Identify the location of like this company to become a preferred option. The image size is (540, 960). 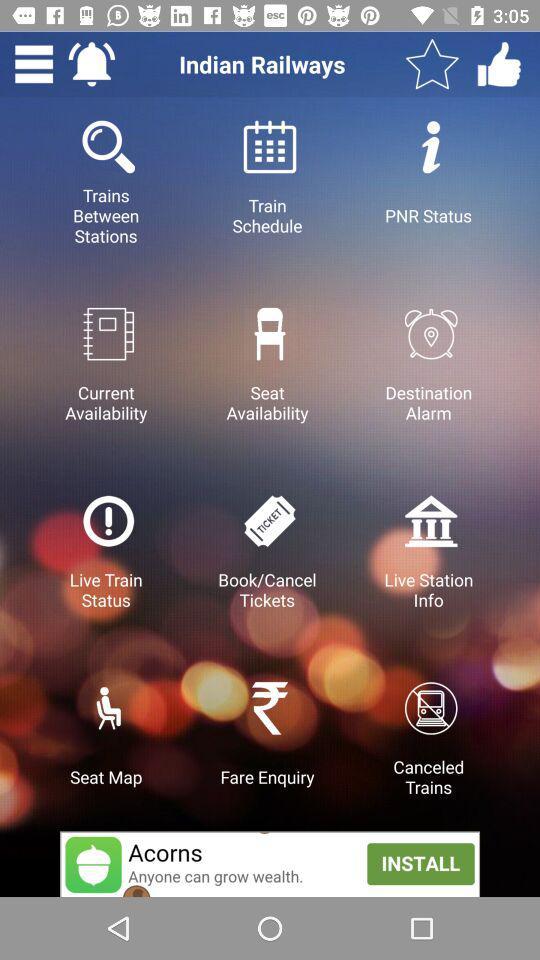
(498, 64).